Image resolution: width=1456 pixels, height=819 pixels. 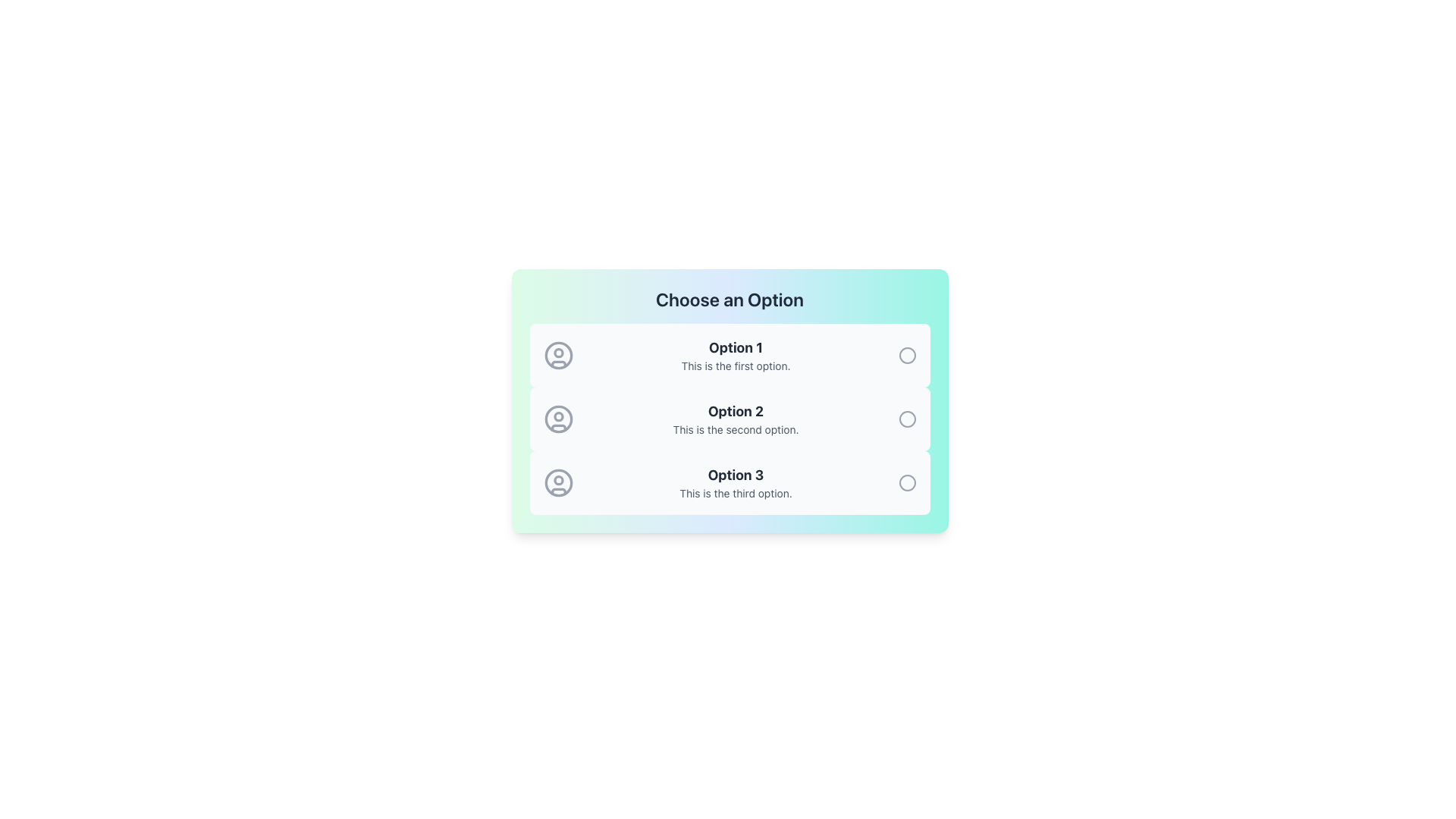 I want to click on the text label that serves as the title for the second option in the list, located below 'Choose an Option' and above the description 'This is the second option.', so click(x=736, y=412).